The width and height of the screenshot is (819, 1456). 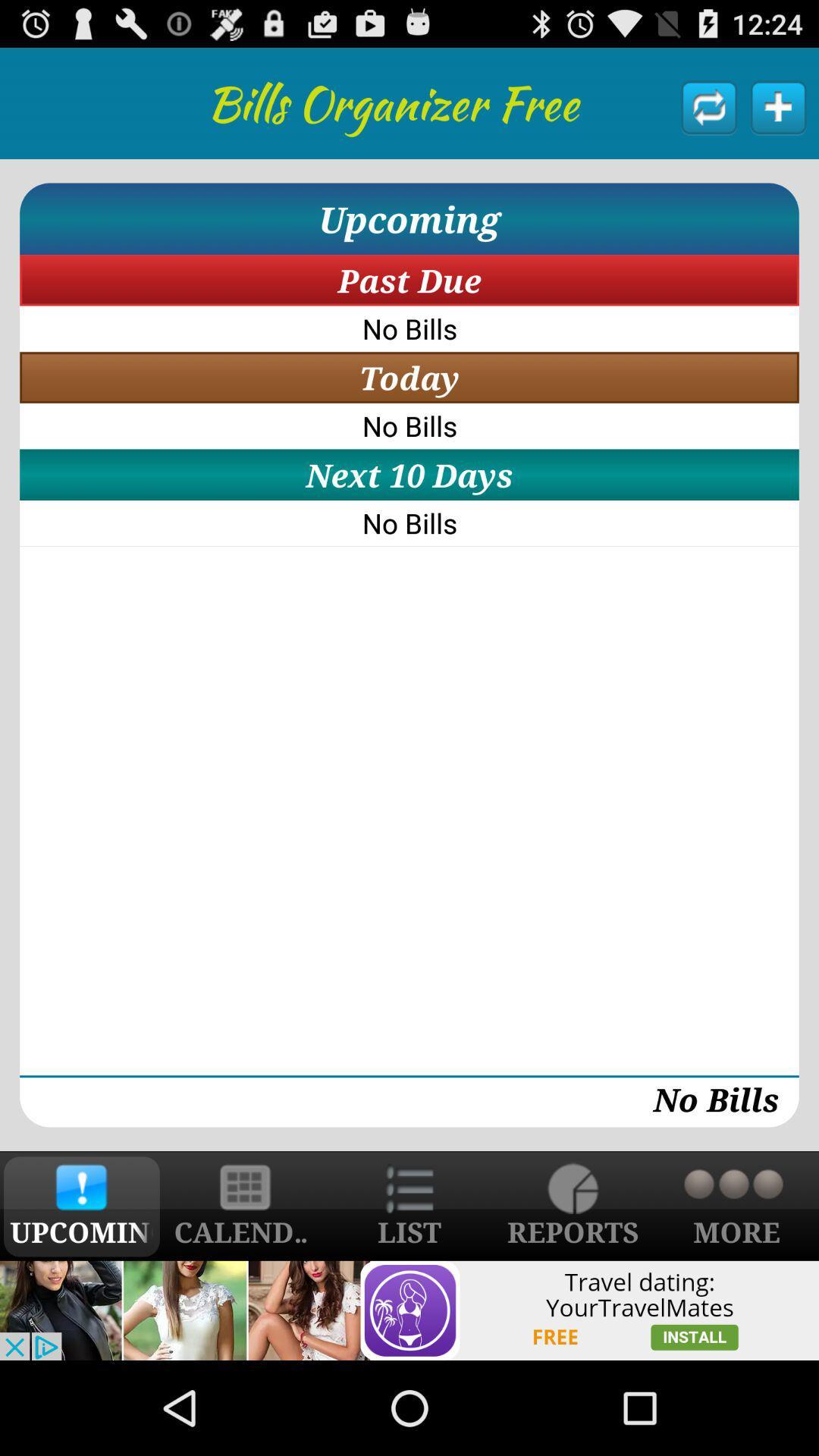 I want to click on a payment reminder, so click(x=779, y=106).